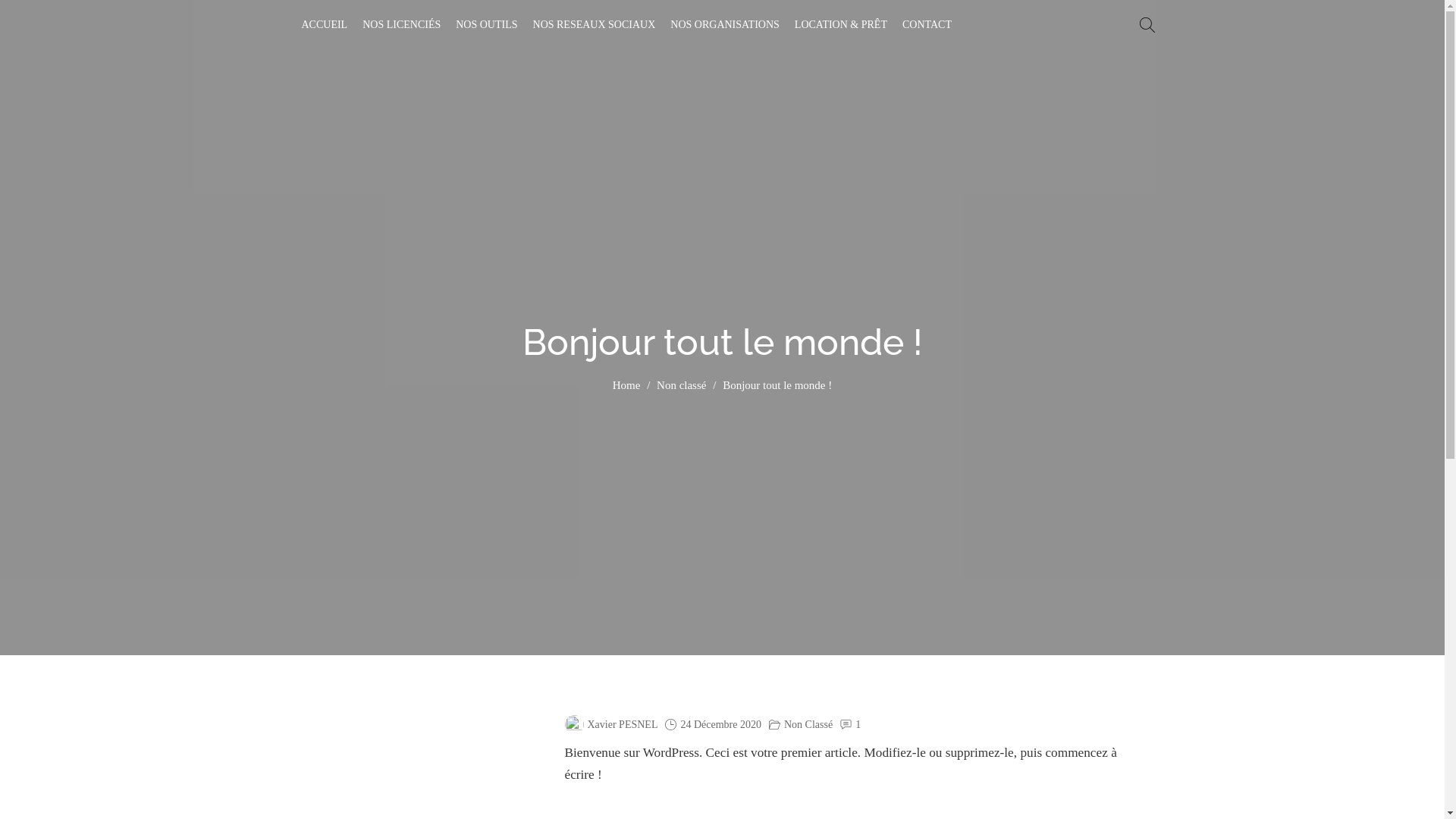 Image resolution: width=1456 pixels, height=819 pixels. What do you see at coordinates (858, 724) in the screenshot?
I see `'1'` at bounding box center [858, 724].